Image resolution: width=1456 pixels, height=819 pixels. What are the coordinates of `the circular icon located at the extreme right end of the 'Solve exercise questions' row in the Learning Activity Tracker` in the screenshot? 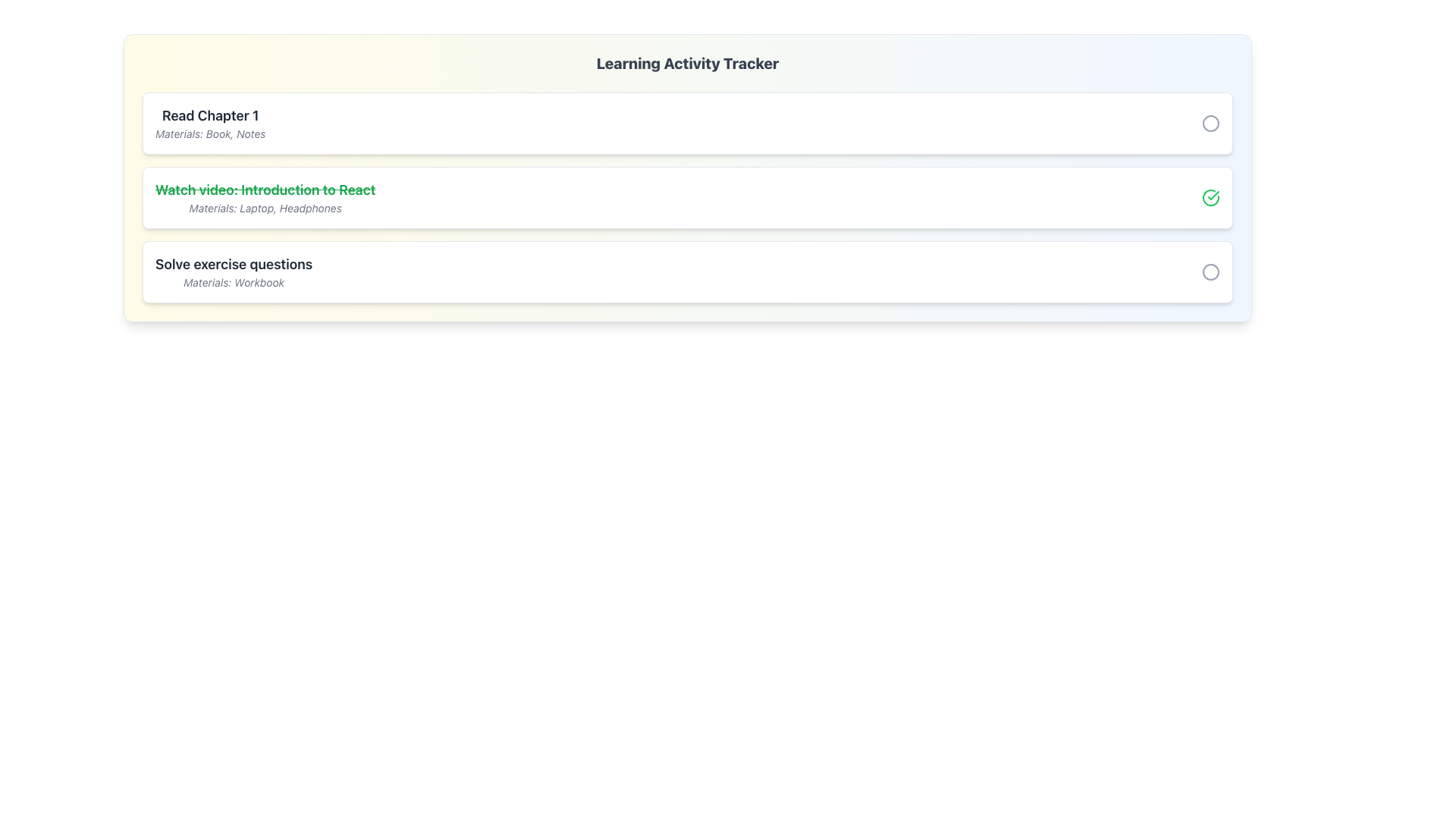 It's located at (1210, 271).